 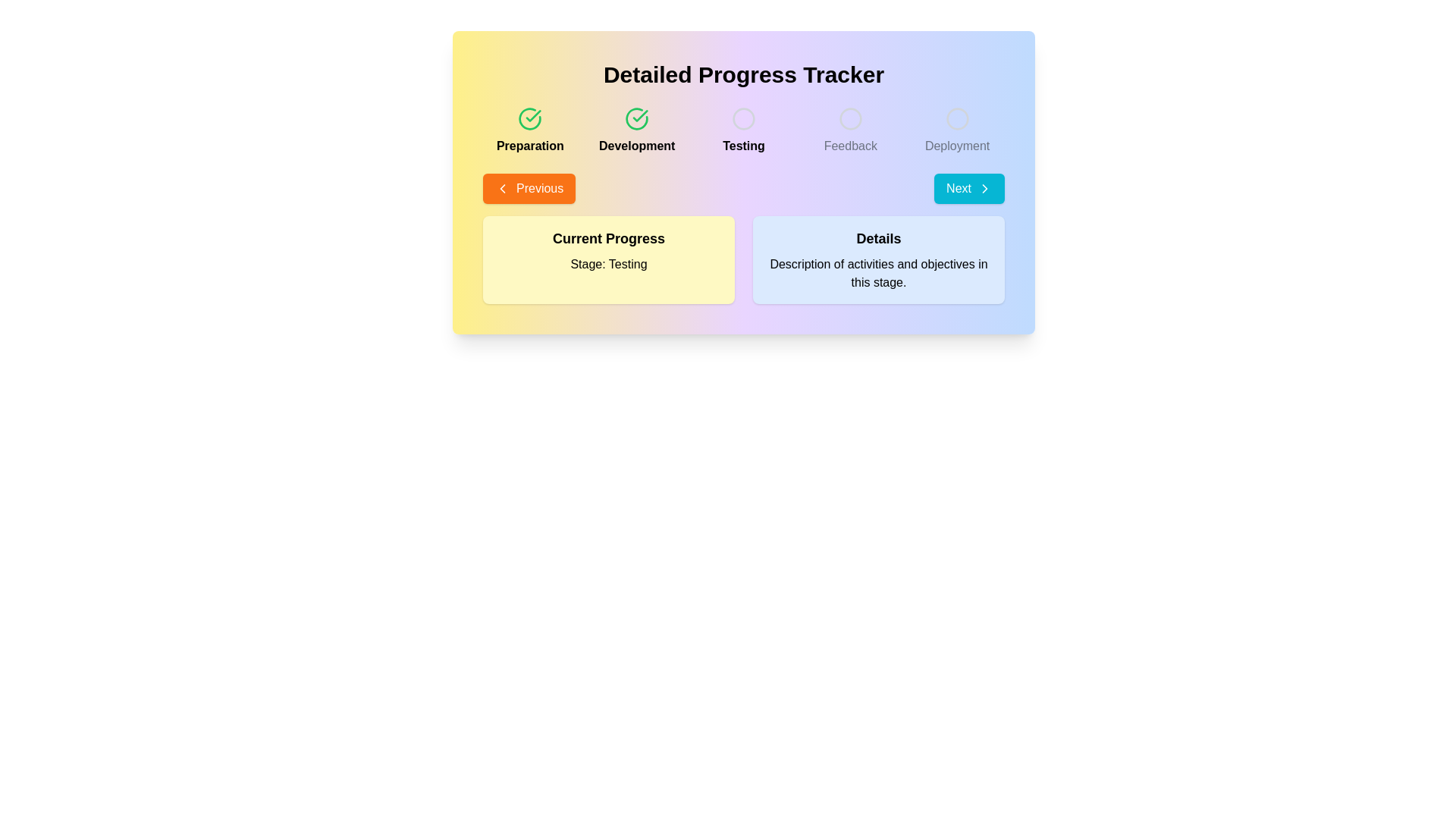 What do you see at coordinates (640, 115) in the screenshot?
I see `the green checkmark icon within the circular icon representing the 'Development' stage in the horizontal progress tracker at the top of the interface` at bounding box center [640, 115].